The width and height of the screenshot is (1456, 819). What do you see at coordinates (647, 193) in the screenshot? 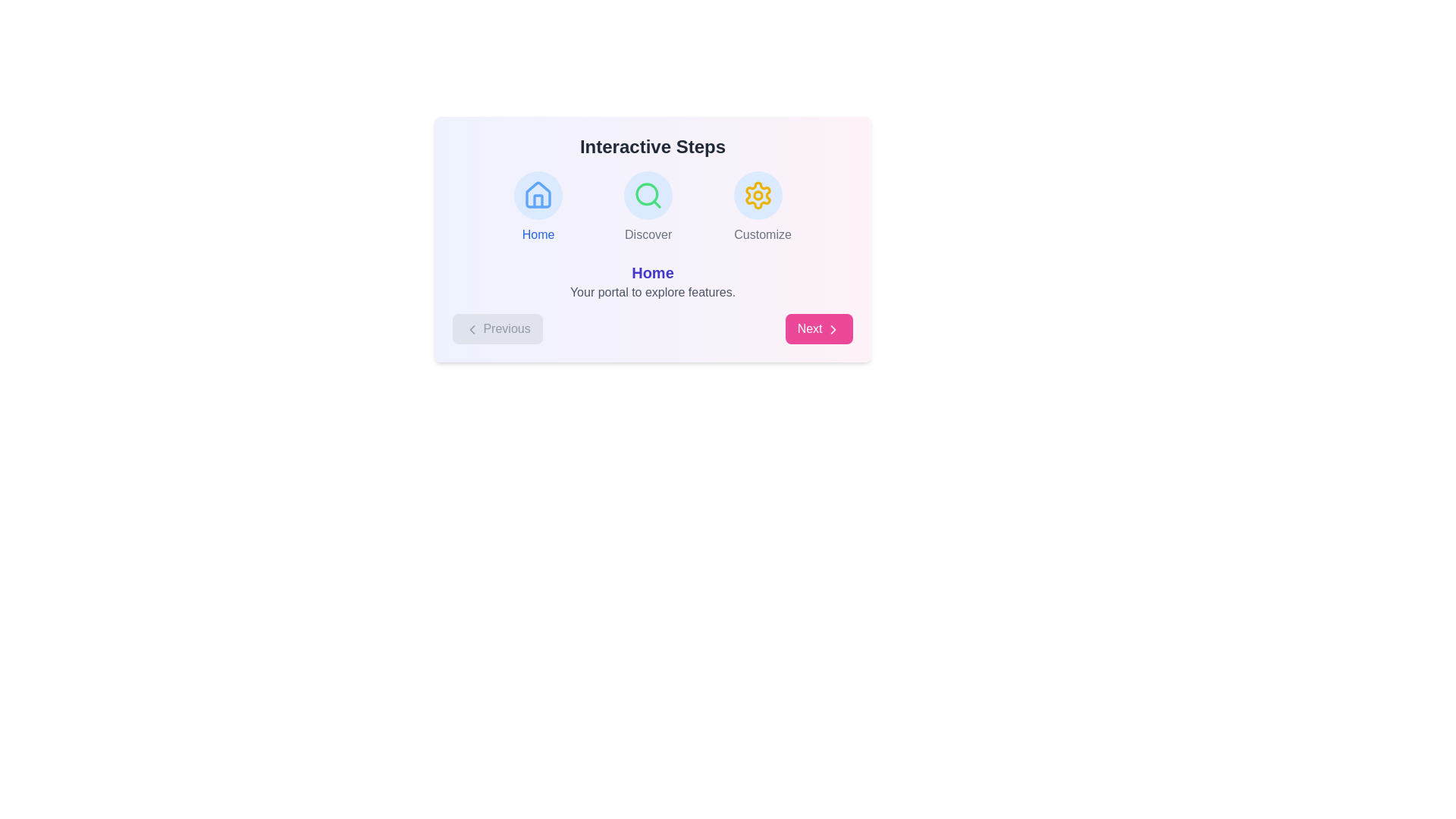
I see `the small circle within the green outlined magnifying glass icon that represents the 'Discover' function` at bounding box center [647, 193].